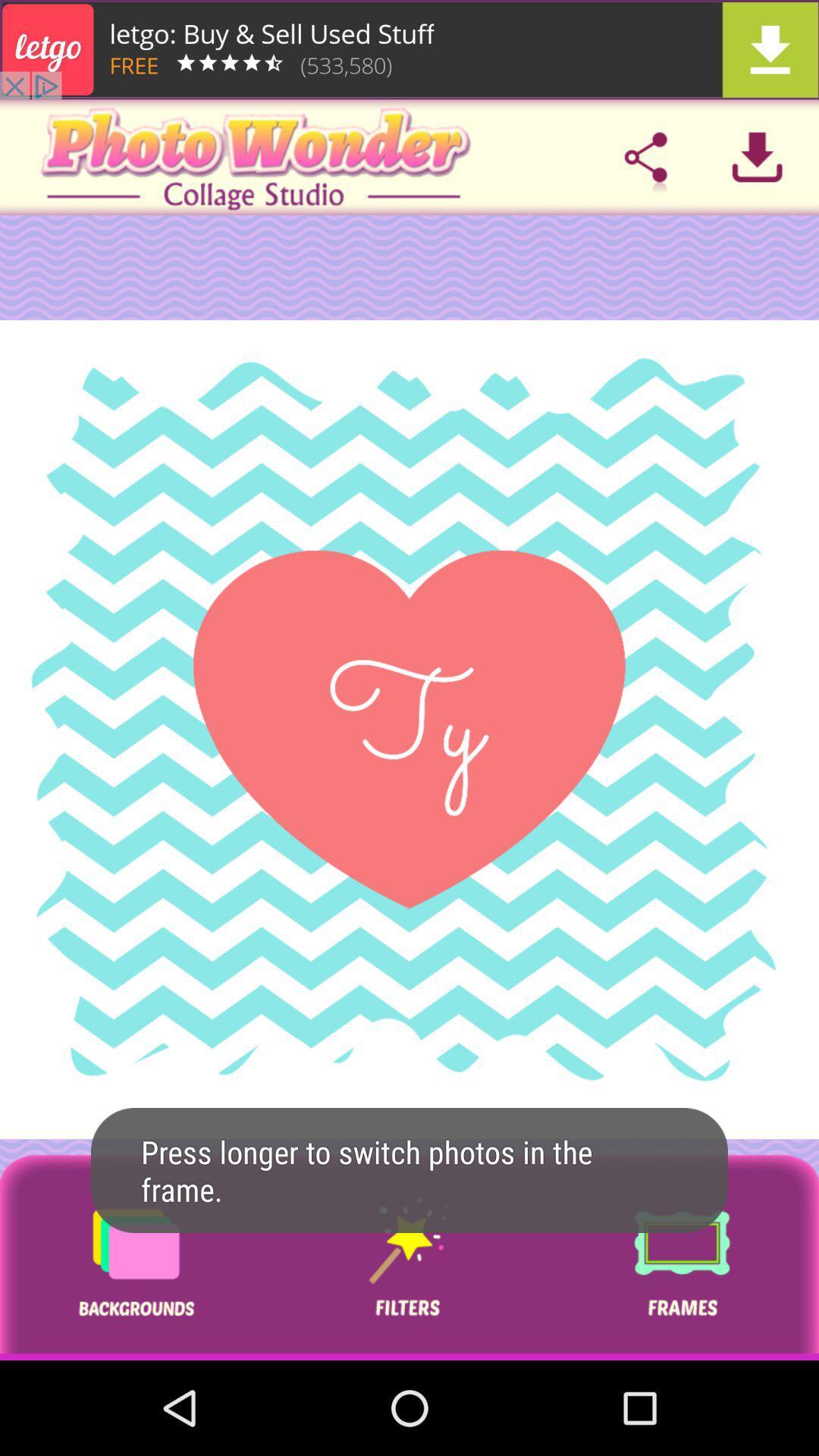 The height and width of the screenshot is (1456, 819). Describe the element at coordinates (409, 49) in the screenshot. I see `download app` at that location.